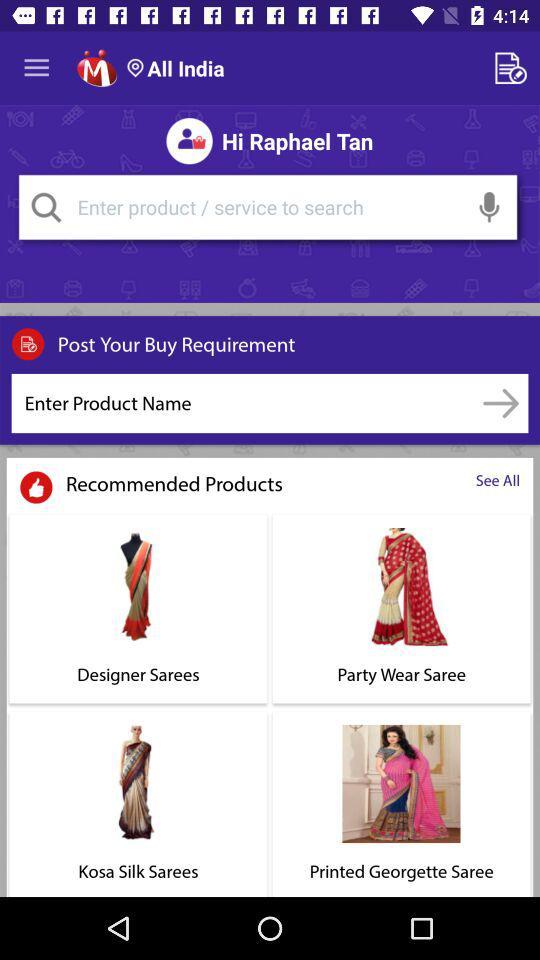 Image resolution: width=540 pixels, height=960 pixels. What do you see at coordinates (488, 207) in the screenshot?
I see `microphone` at bounding box center [488, 207].